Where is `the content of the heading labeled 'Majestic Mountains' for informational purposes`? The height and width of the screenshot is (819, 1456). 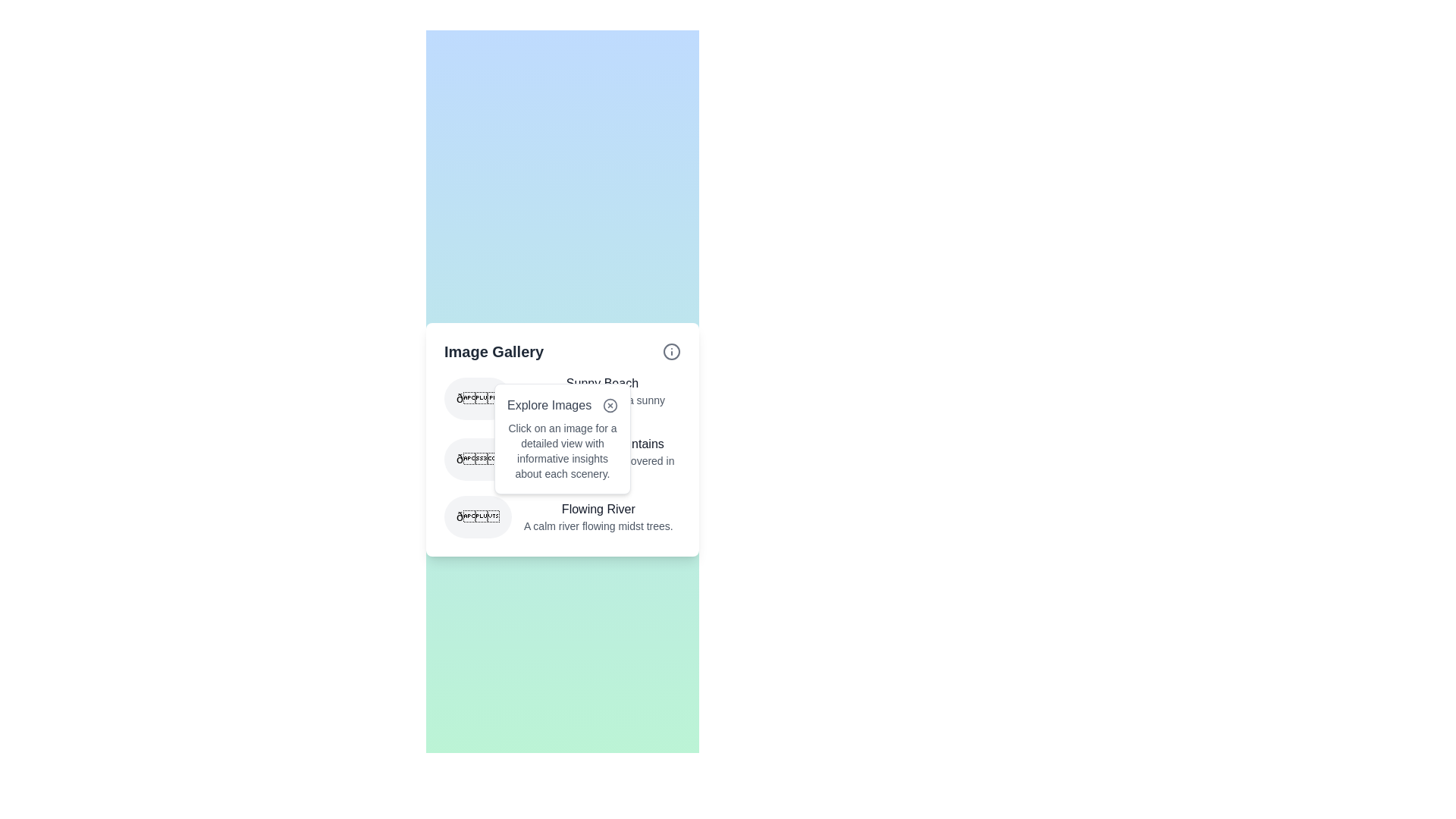
the content of the heading labeled 'Majestic Mountains' for informational purposes is located at coordinates (612, 444).